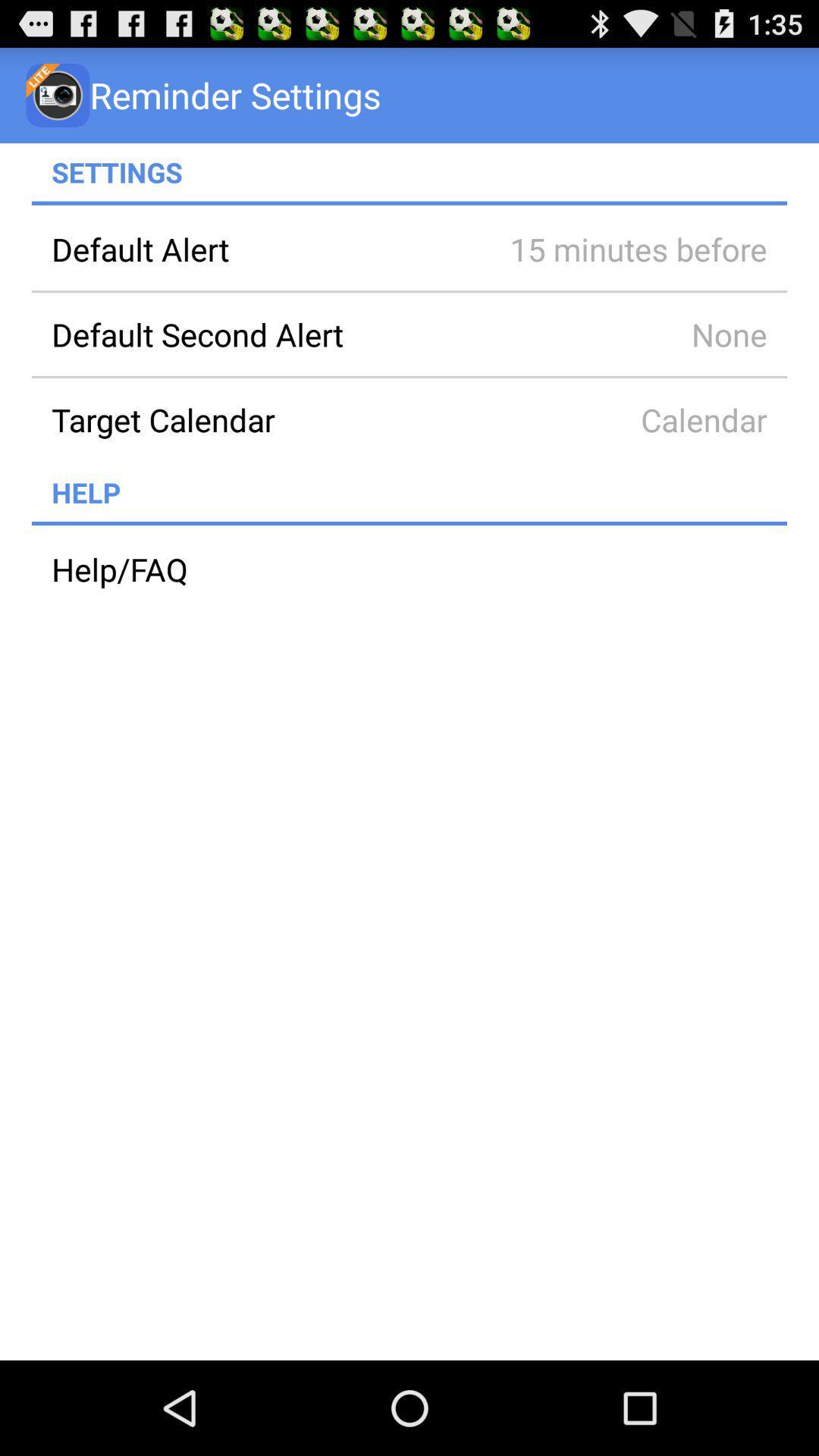 The width and height of the screenshot is (819, 1456). What do you see at coordinates (617, 249) in the screenshot?
I see `app above none item` at bounding box center [617, 249].